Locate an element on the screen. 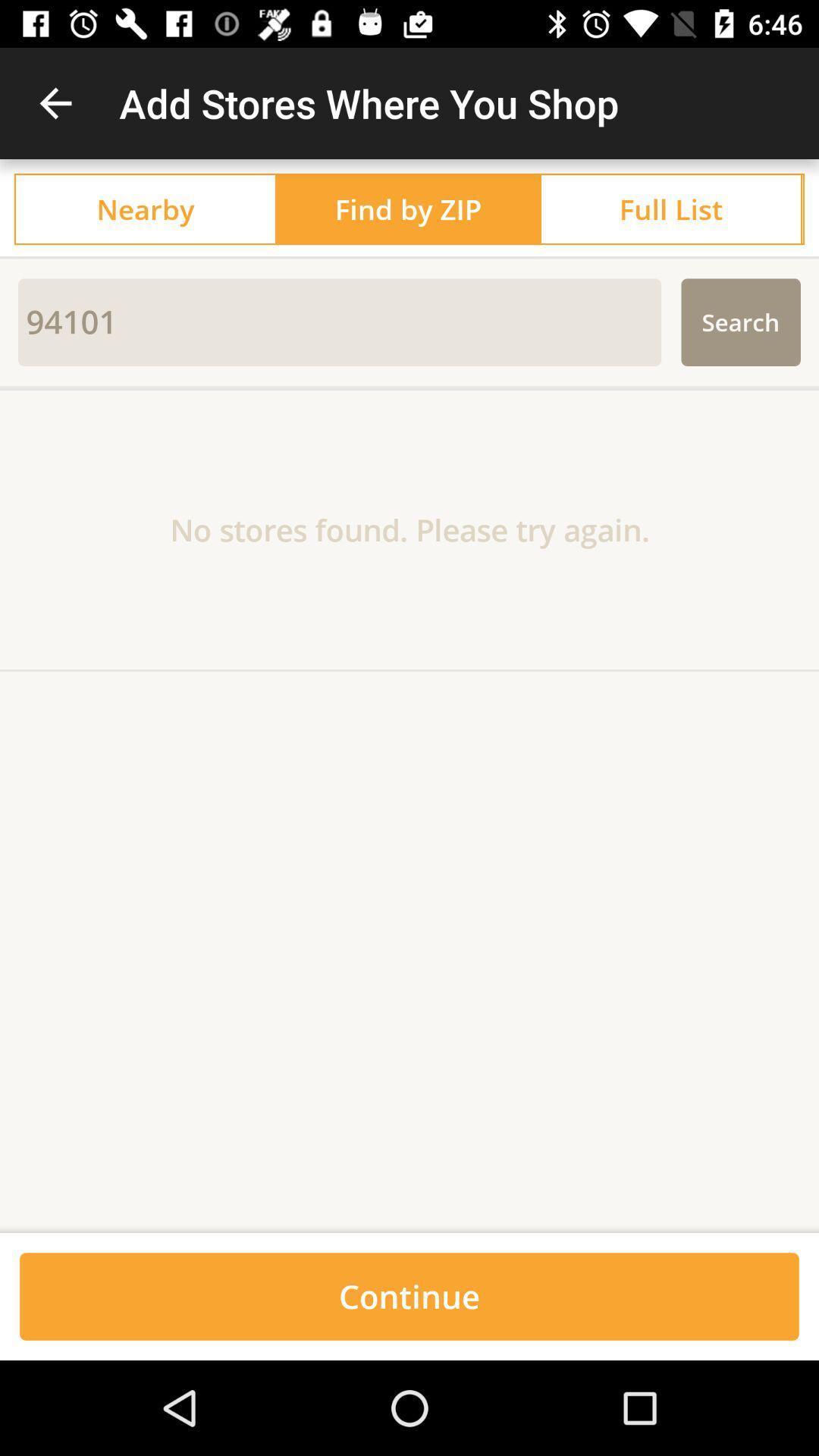 The image size is (819, 1456). the icon to the left of add stores where app is located at coordinates (55, 102).